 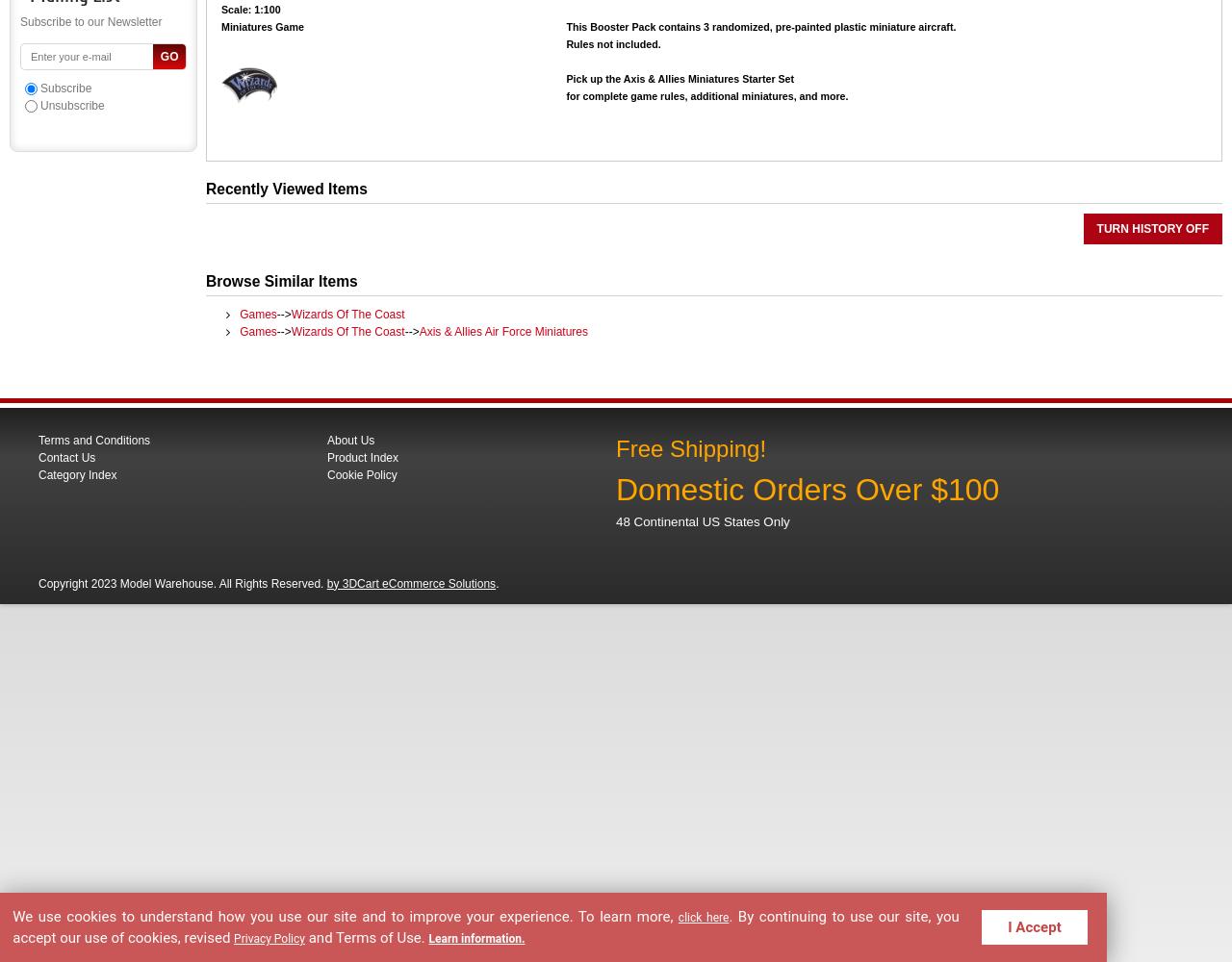 What do you see at coordinates (264, 9) in the screenshot?
I see `'1:100'` at bounding box center [264, 9].